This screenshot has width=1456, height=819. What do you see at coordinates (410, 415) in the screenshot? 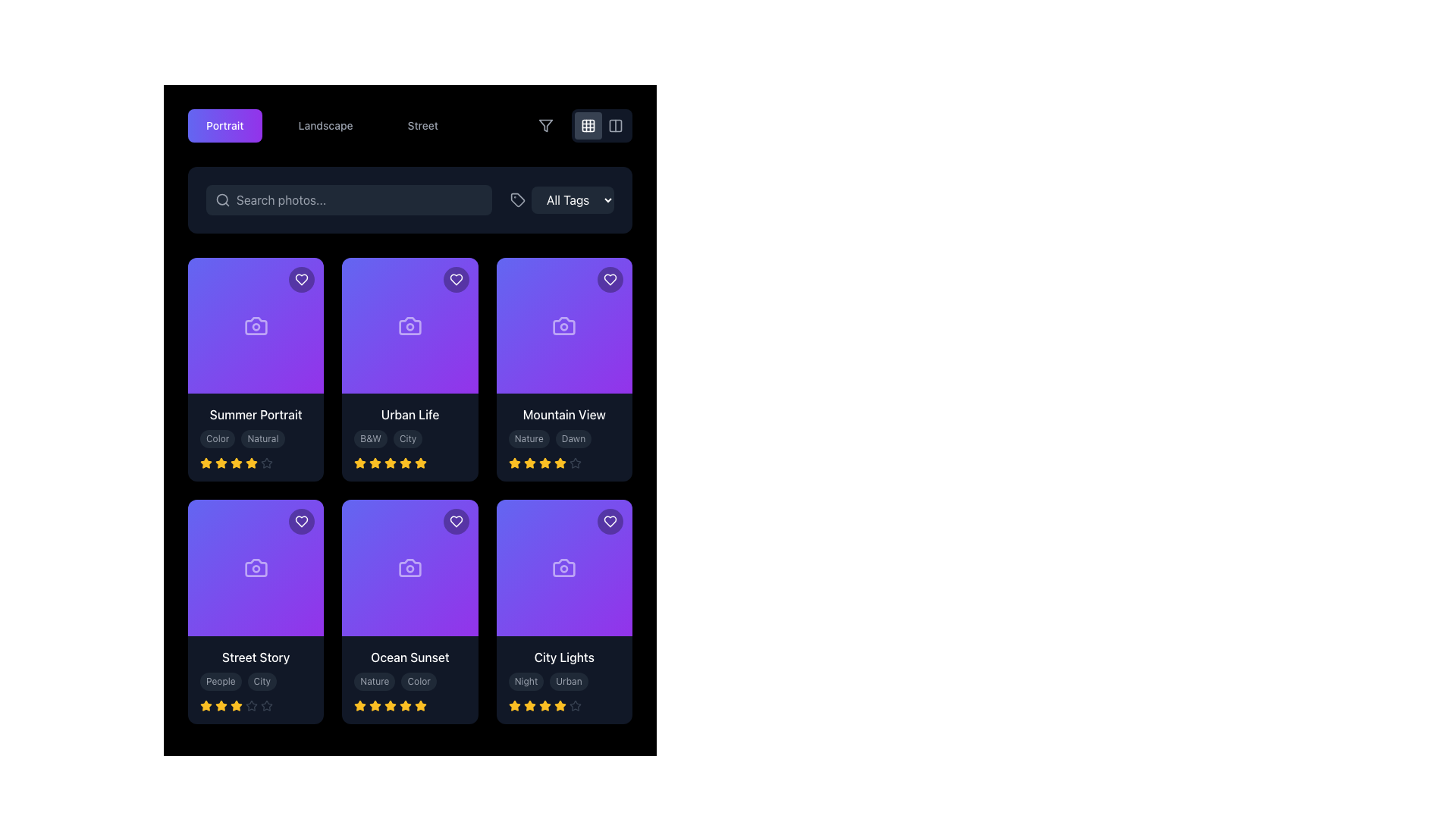
I see `text displayed in the 'Urban Life' Text Label, which is in white font on a dark background, located in the first row of the second column of the grid layout` at bounding box center [410, 415].